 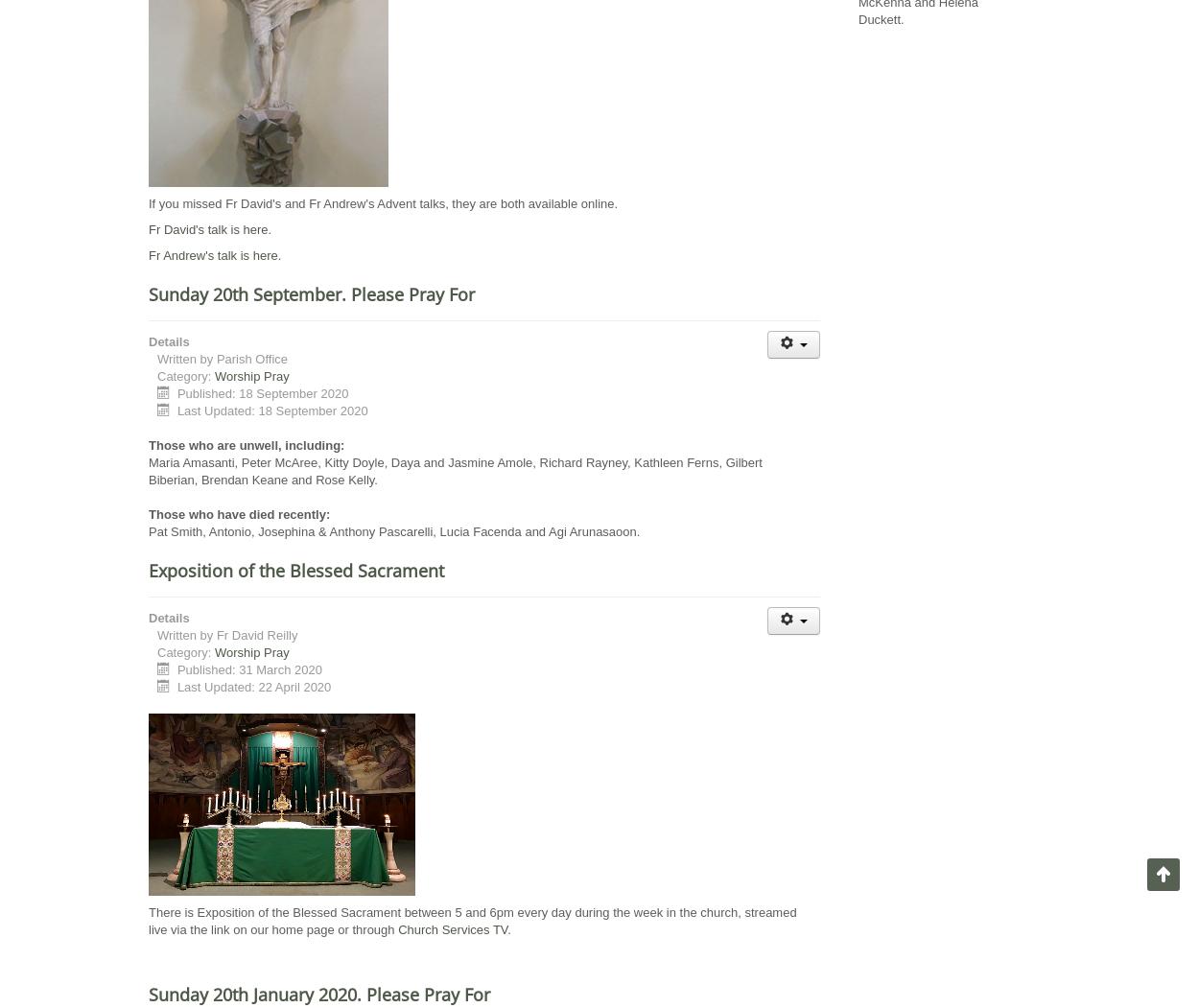 I want to click on 'Those who are unwell, including:', so click(x=249, y=444).